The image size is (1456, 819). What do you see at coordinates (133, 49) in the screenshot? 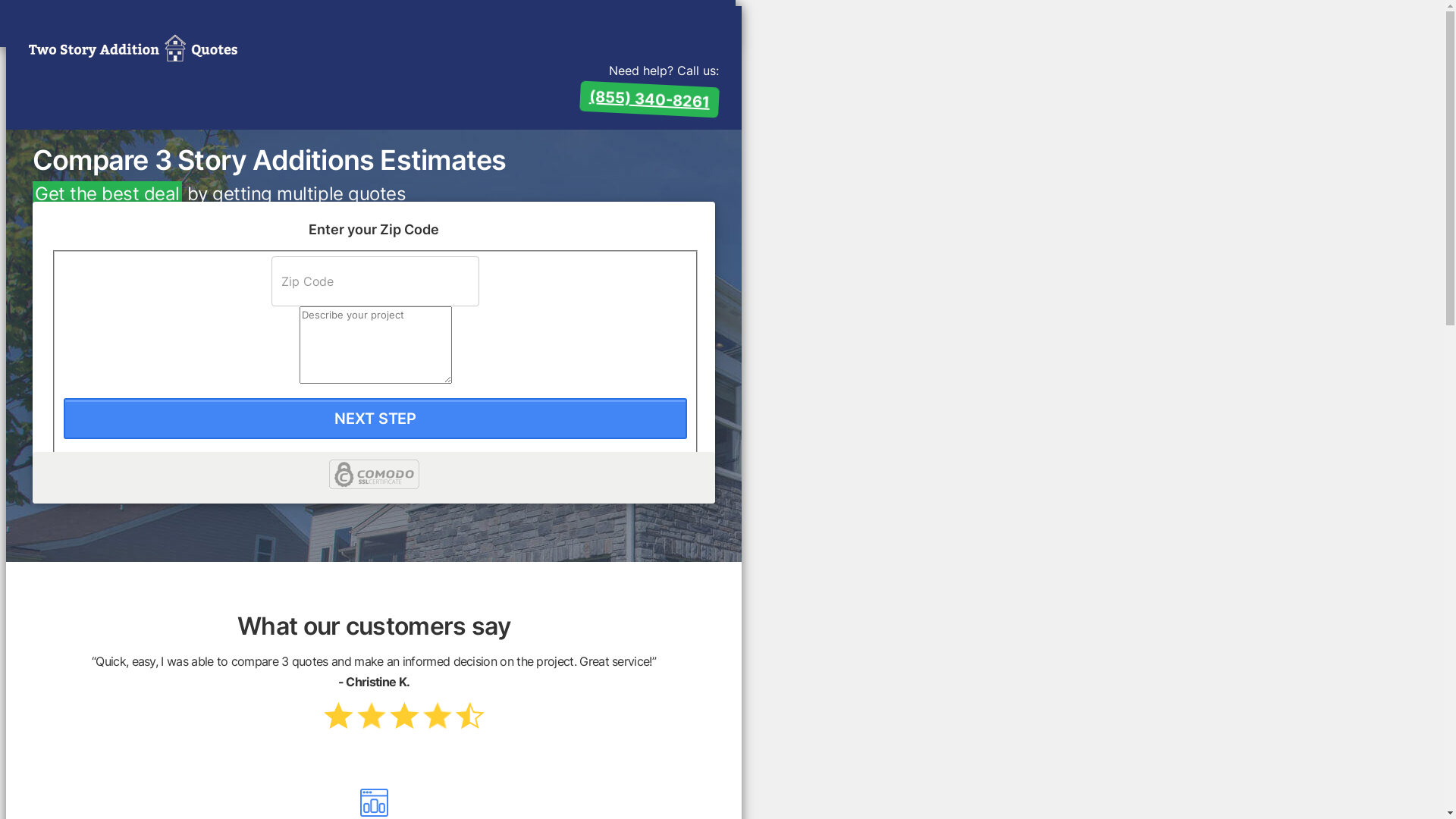
I see `'2 Story Addition Quotes'` at bounding box center [133, 49].